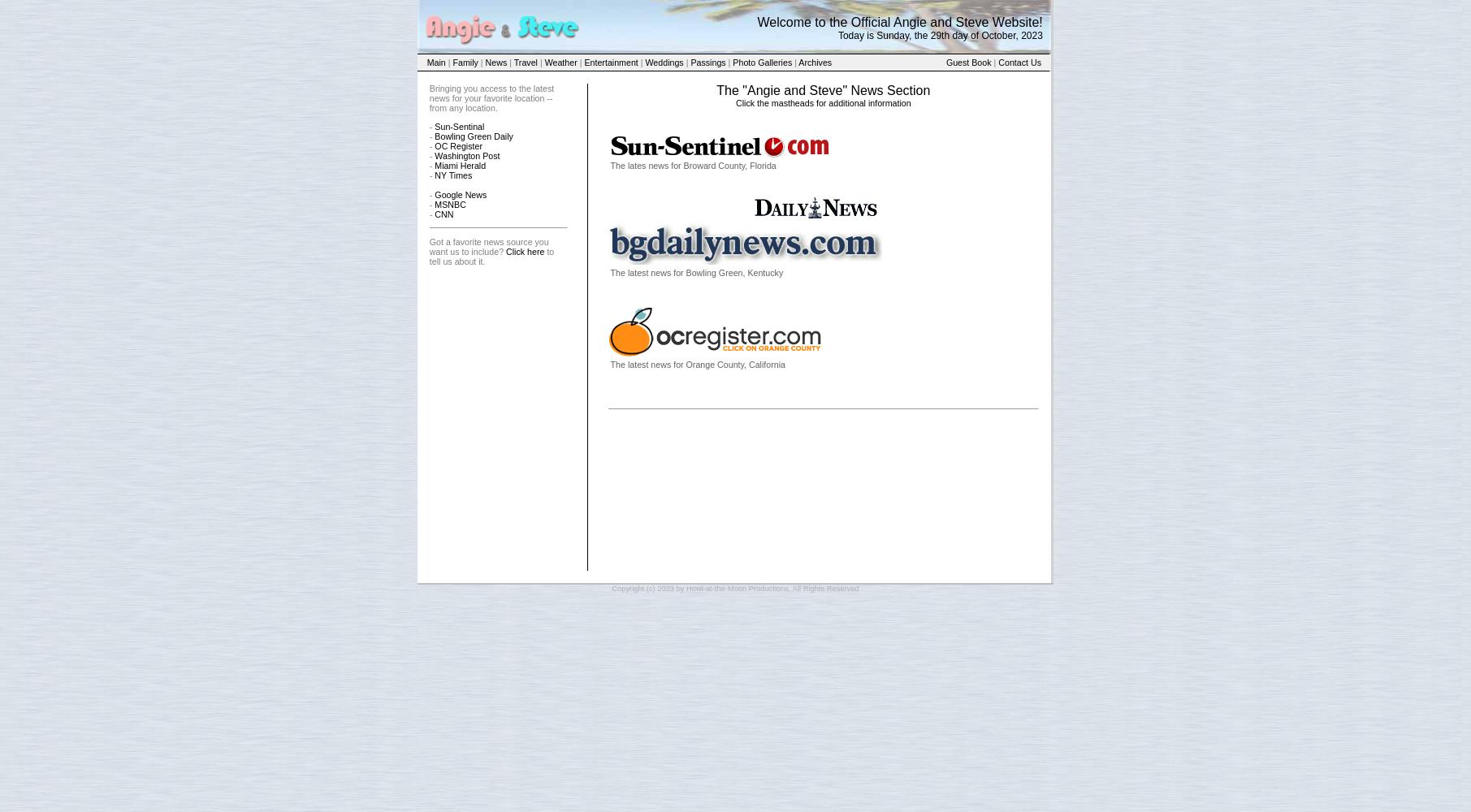 Image resolution: width=1471 pixels, height=812 pixels. What do you see at coordinates (691, 164) in the screenshot?
I see `'The lates news for Broward County, Florida'` at bounding box center [691, 164].